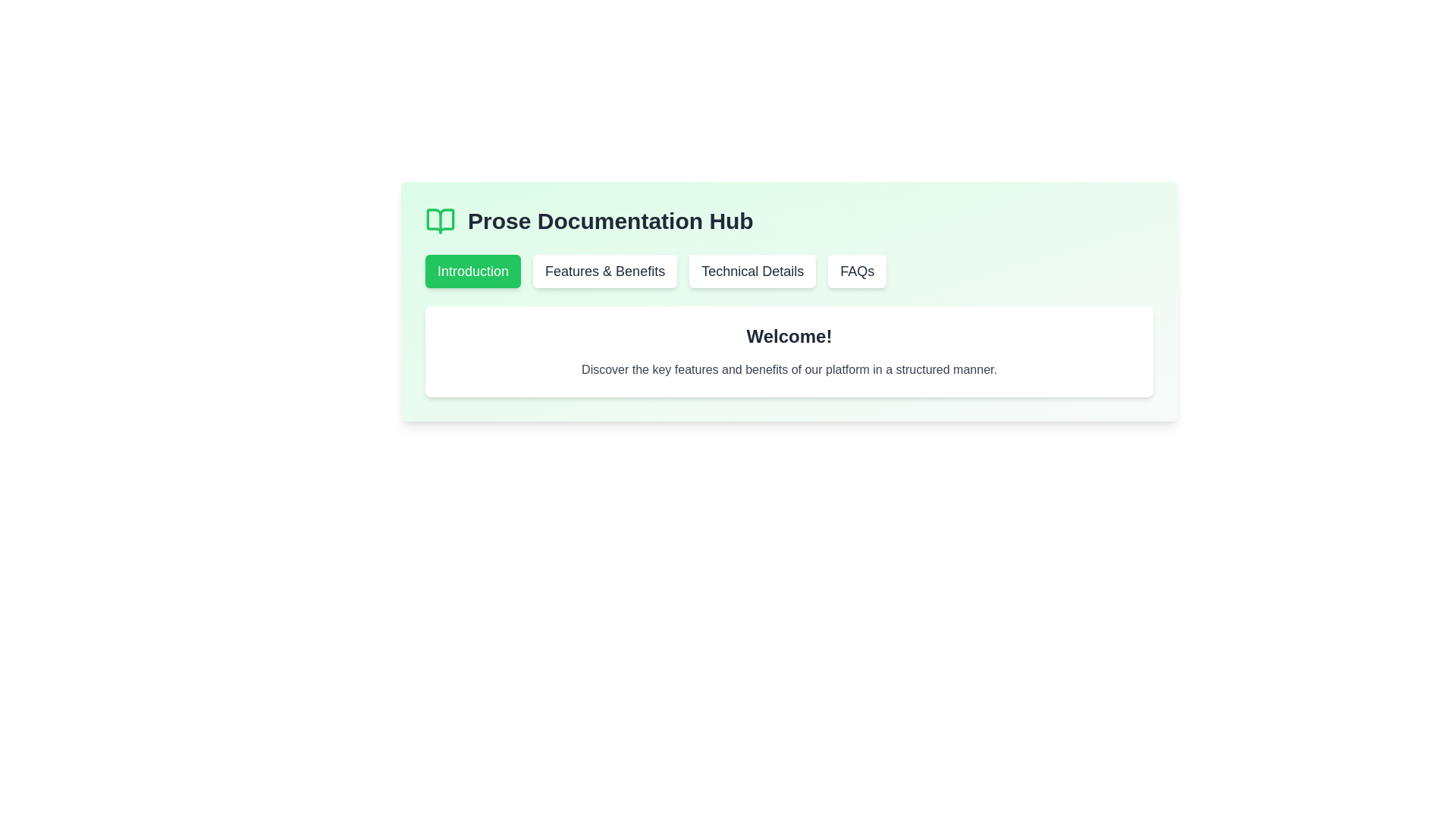  I want to click on the 'FAQs' button, which is a rectangular button with rounded corners, a white background, and gray text, located in the navigation bar as the fourth button from the left, so click(857, 271).